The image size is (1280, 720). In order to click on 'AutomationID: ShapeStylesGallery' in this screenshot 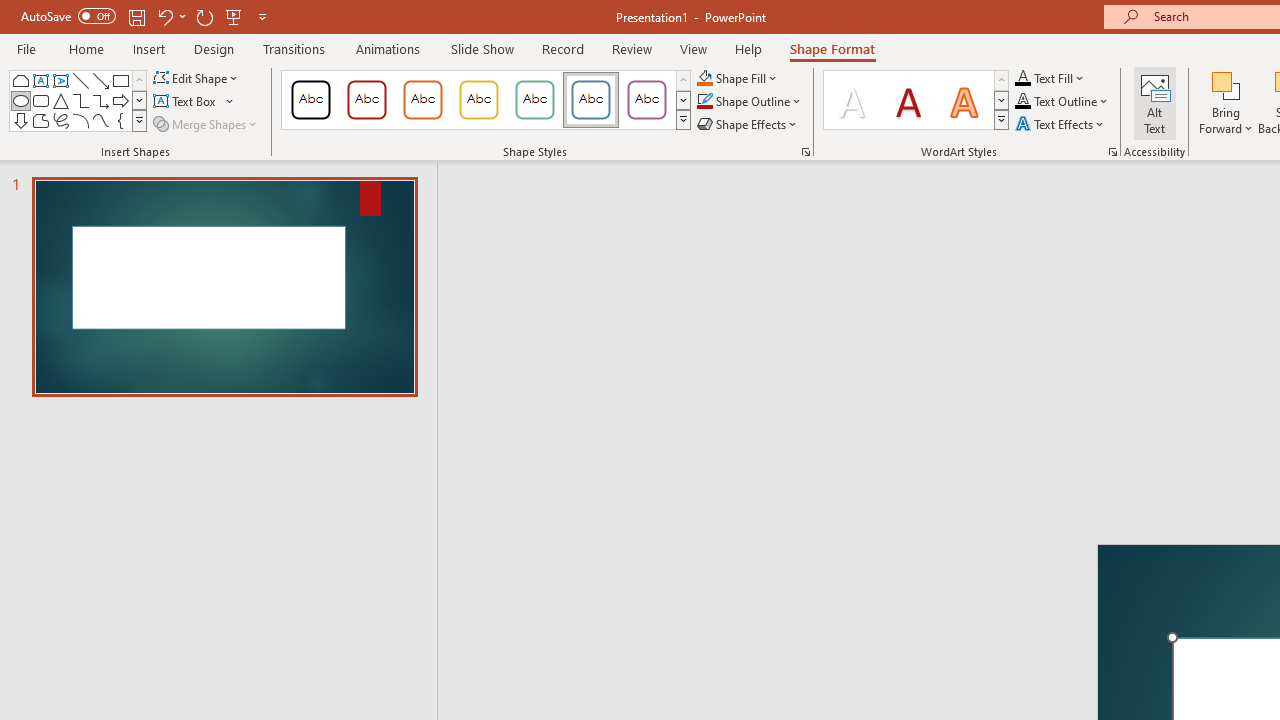, I will do `click(487, 100)`.